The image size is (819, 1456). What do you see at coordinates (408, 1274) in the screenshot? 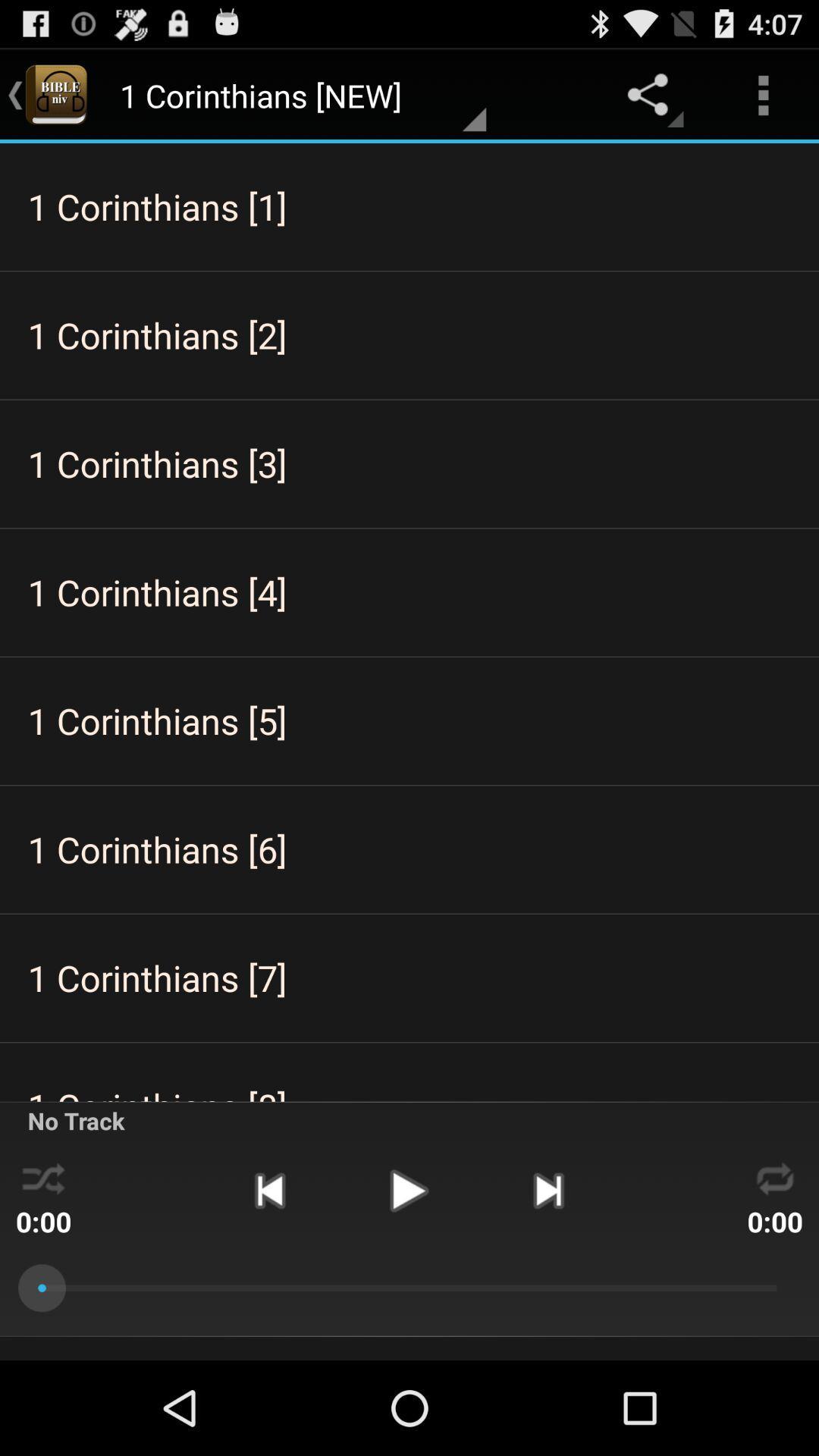
I see `the play icon` at bounding box center [408, 1274].